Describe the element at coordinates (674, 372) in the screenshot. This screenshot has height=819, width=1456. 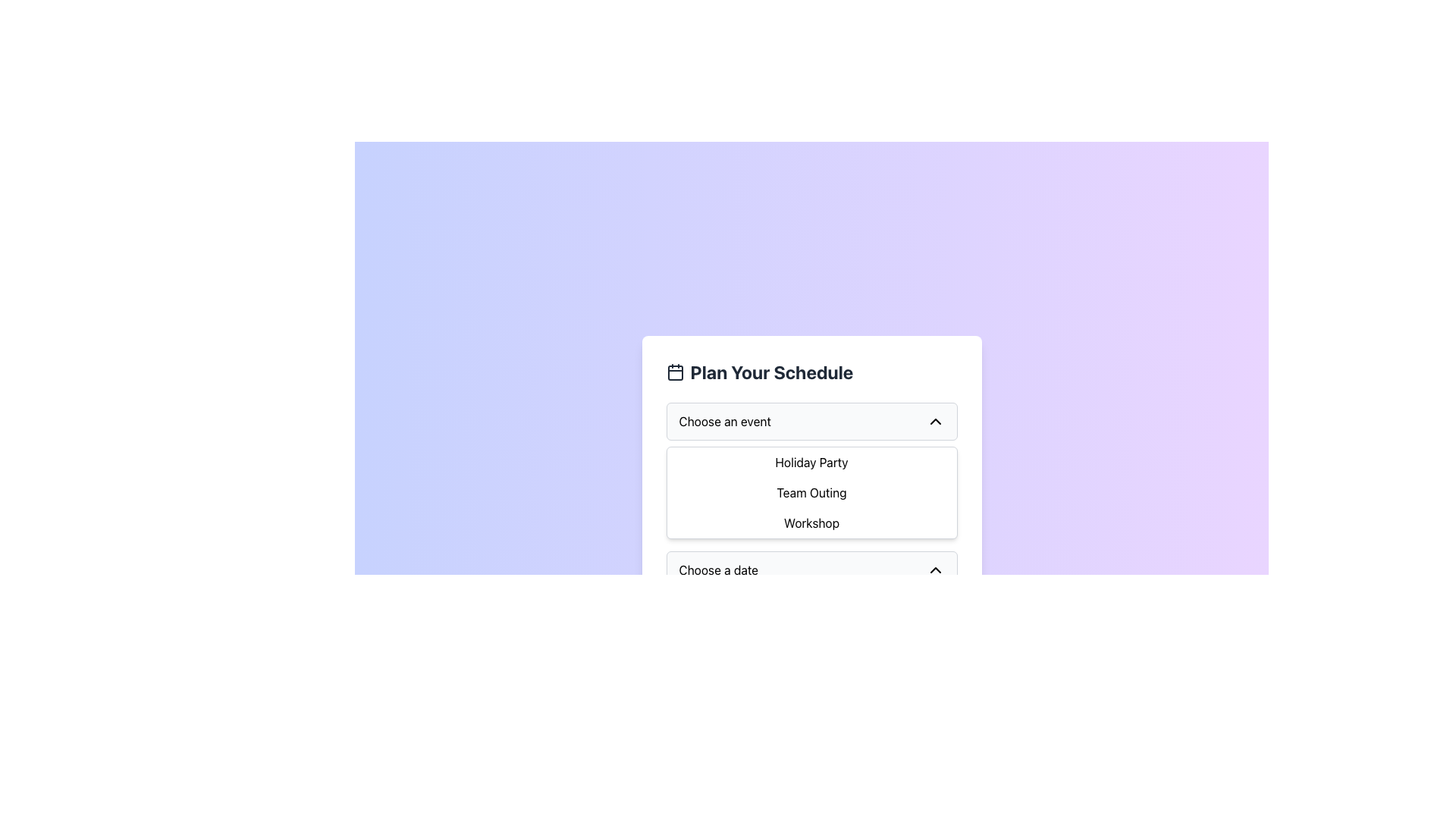
I see `the calendar icon located to the immediate left of the text 'Plan Your Schedule' in the header section, which enhances the user interface's design` at that location.